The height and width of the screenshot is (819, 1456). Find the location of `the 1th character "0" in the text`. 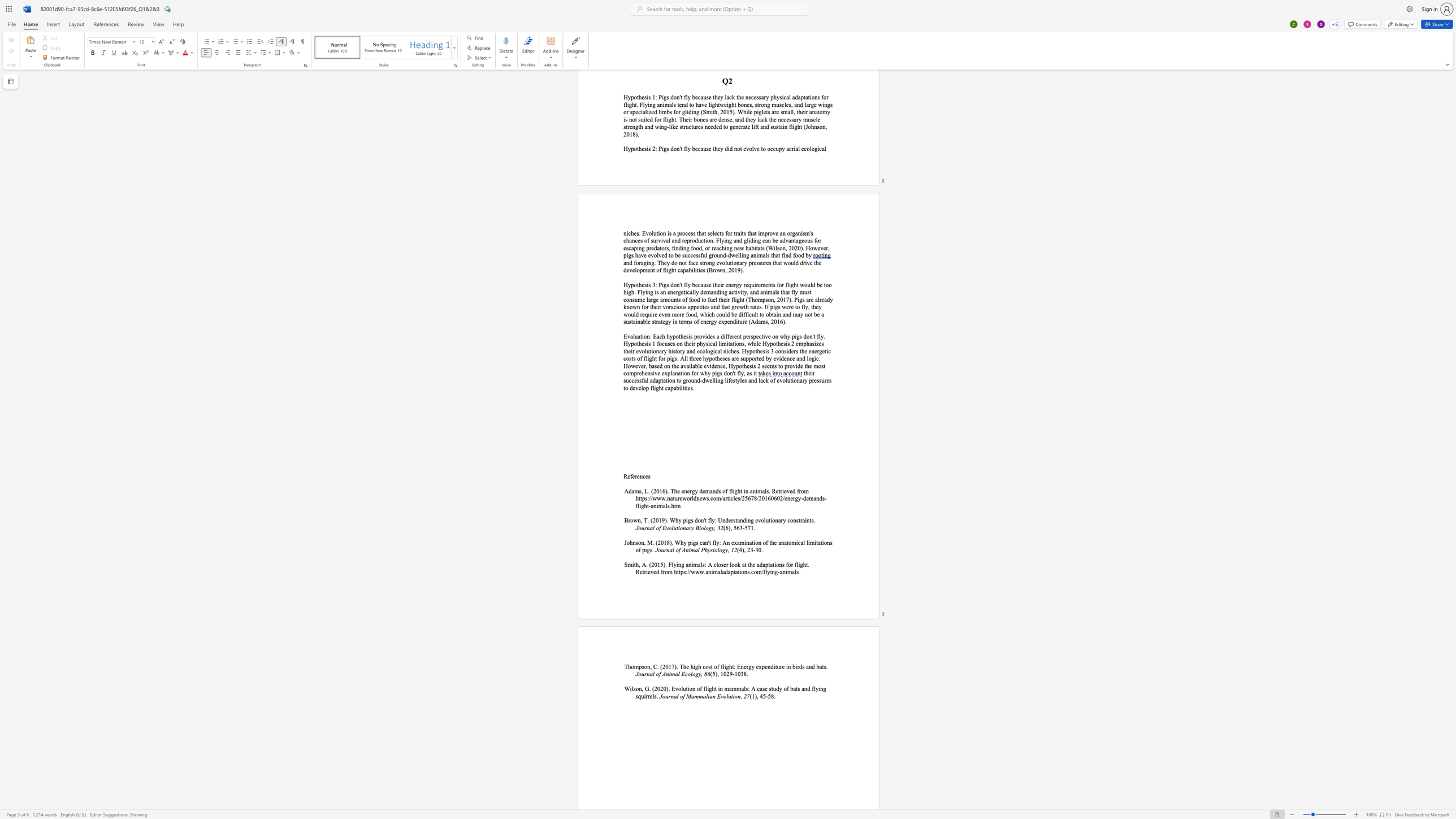

the 1th character "0" in the text is located at coordinates (658, 688).